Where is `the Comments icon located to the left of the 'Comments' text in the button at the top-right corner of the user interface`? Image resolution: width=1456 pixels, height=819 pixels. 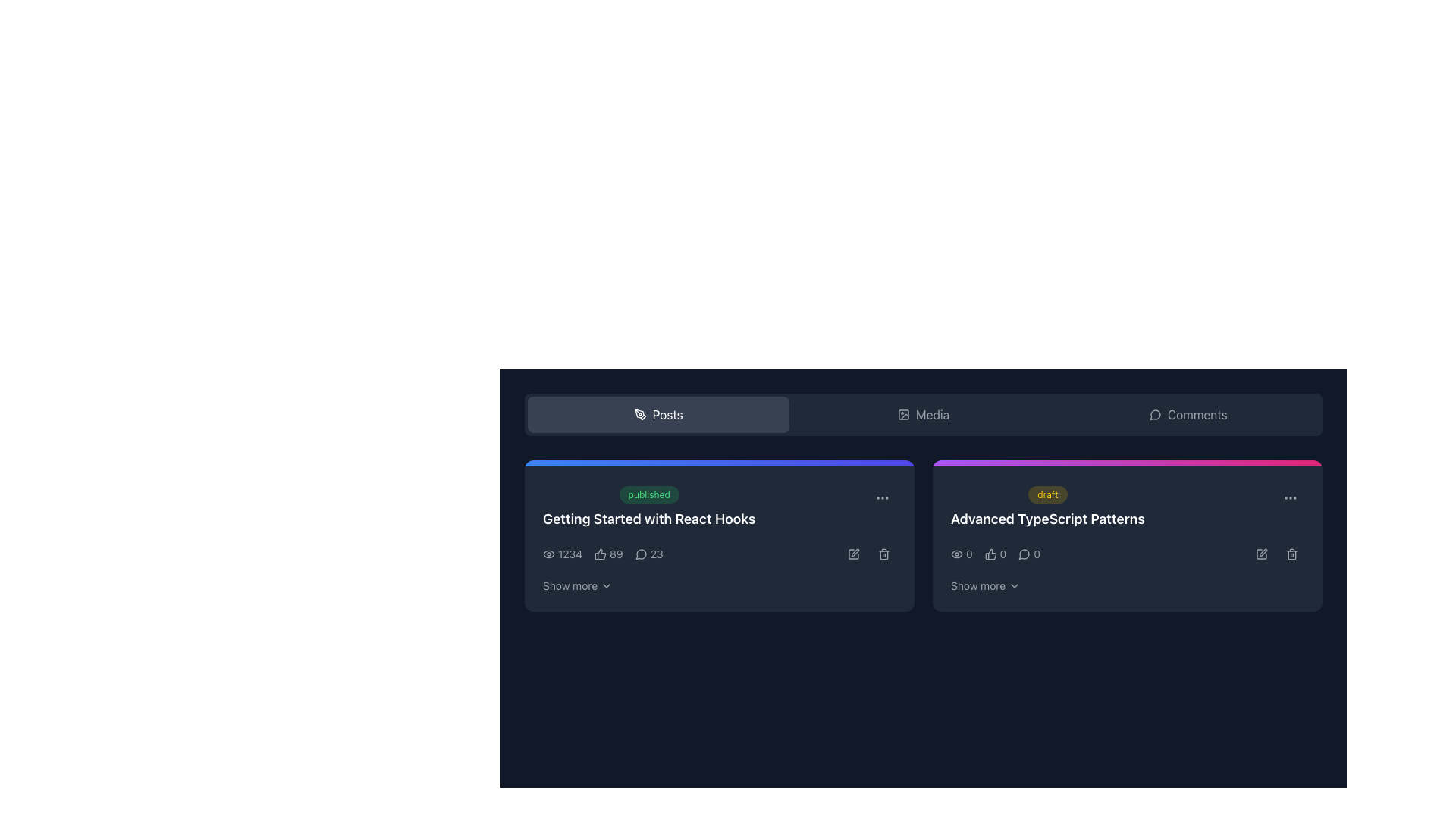 the Comments icon located to the left of the 'Comments' text in the button at the top-right corner of the user interface is located at coordinates (1154, 415).